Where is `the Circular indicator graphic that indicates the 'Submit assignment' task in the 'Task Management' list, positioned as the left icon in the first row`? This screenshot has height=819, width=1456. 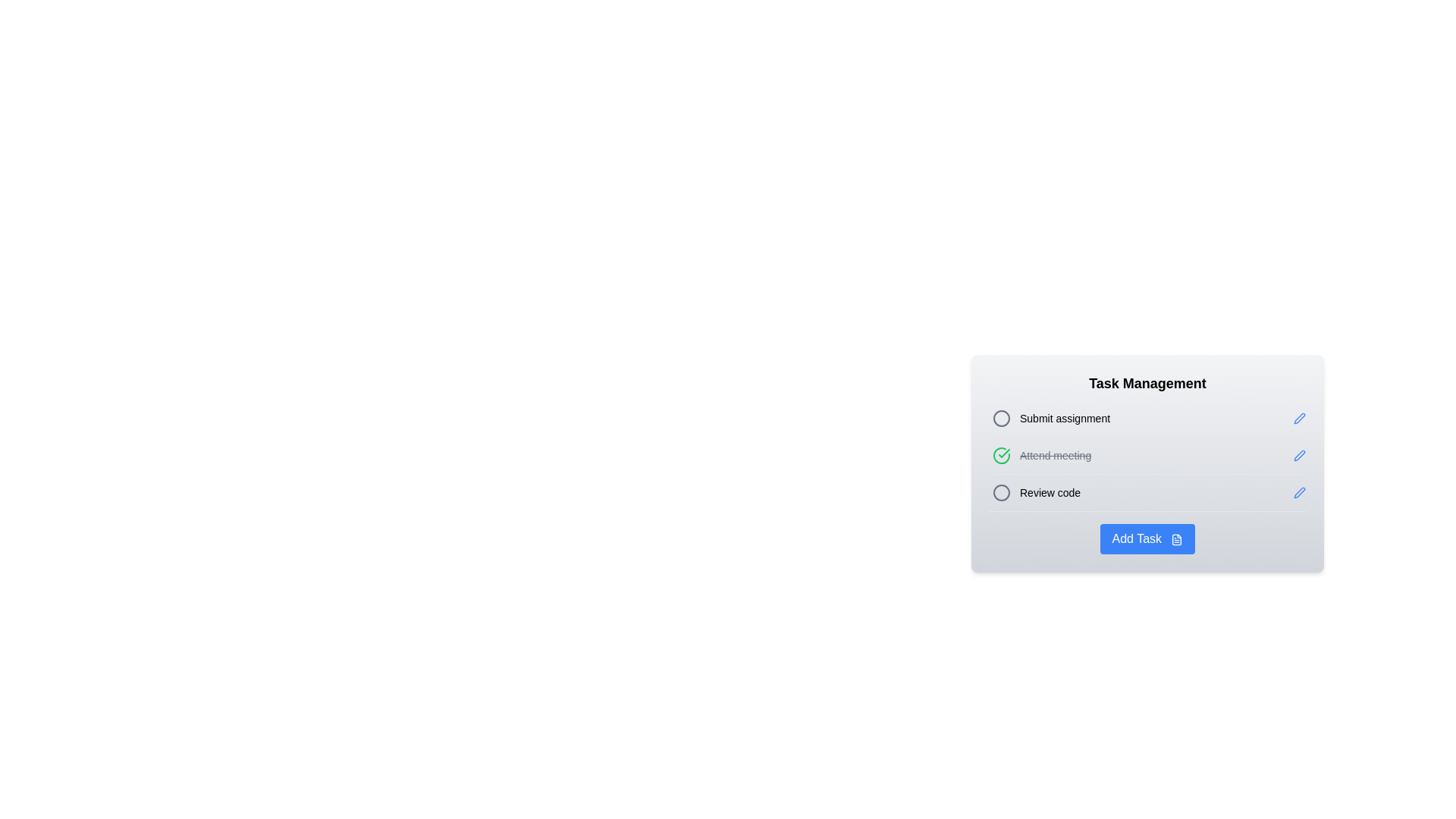
the Circular indicator graphic that indicates the 'Submit assignment' task in the 'Task Management' list, positioned as the left icon in the first row is located at coordinates (1001, 418).